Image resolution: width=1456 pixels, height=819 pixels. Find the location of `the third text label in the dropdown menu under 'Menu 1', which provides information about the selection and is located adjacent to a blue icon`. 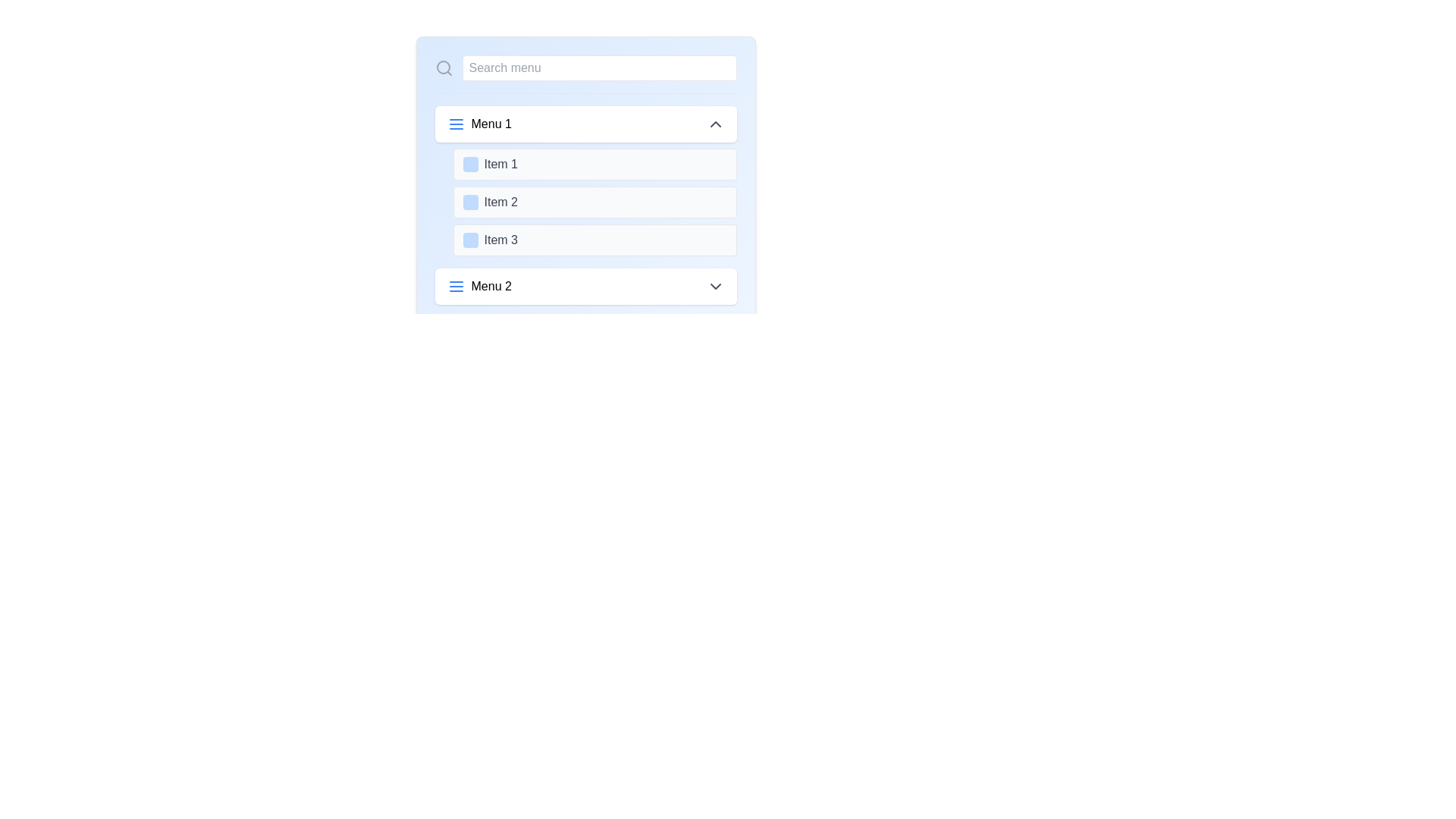

the third text label in the dropdown menu under 'Menu 1', which provides information about the selection and is located adjacent to a blue icon is located at coordinates (500, 239).